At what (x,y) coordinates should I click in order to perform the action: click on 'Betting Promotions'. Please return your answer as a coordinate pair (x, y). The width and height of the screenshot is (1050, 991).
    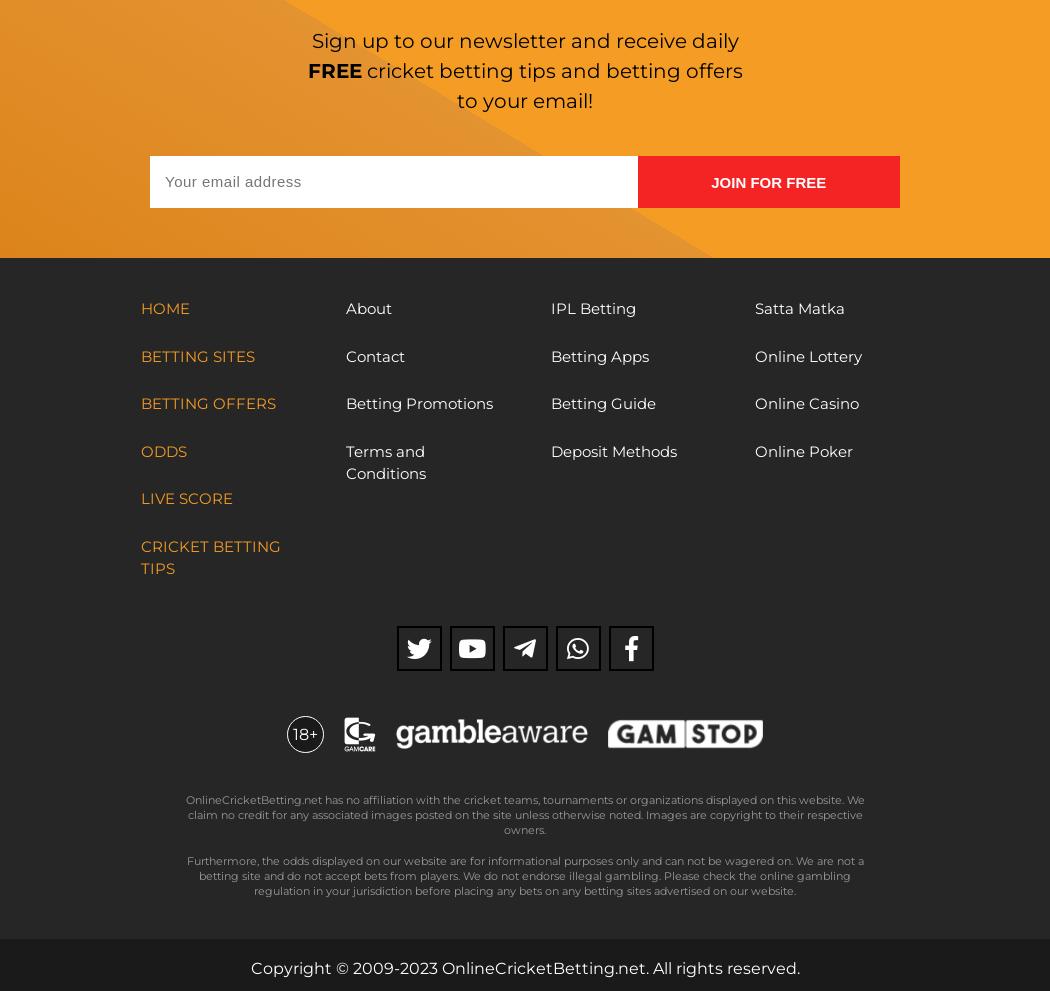
    Looking at the image, I should click on (417, 402).